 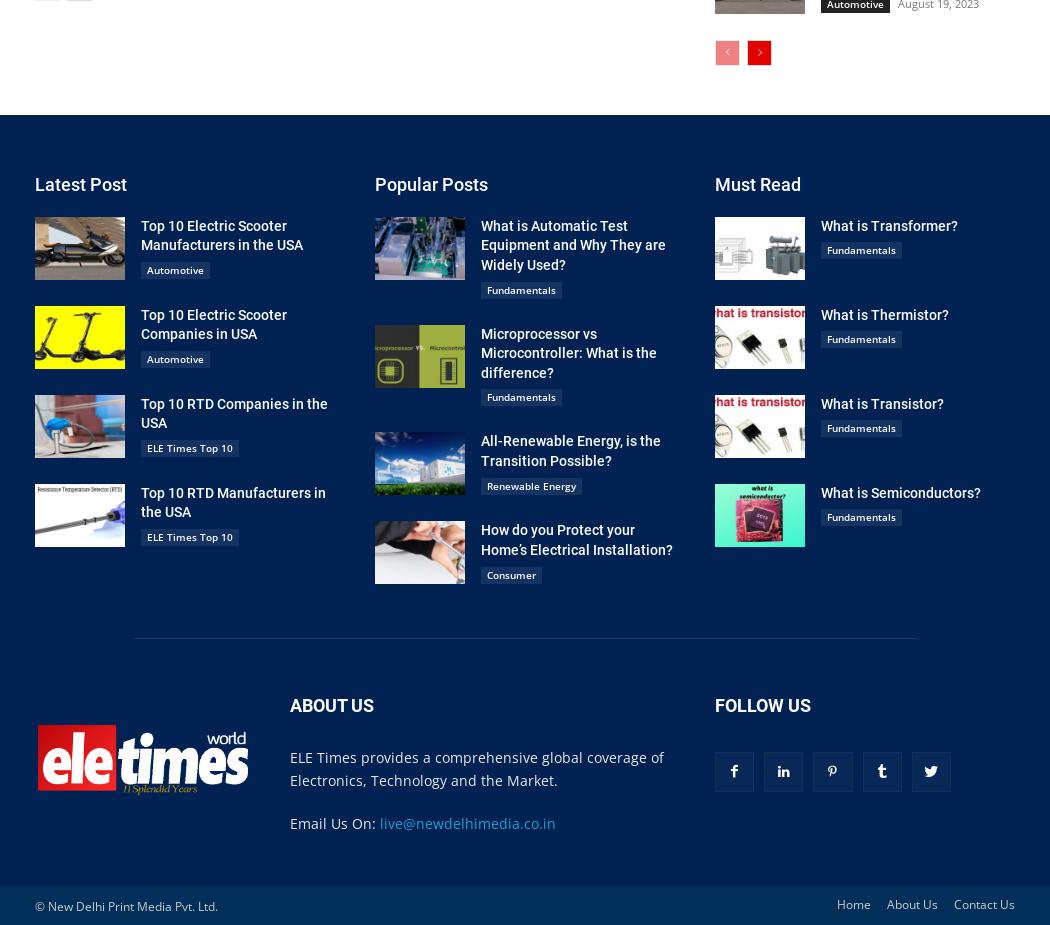 I want to click on 'FOLLOW US', so click(x=714, y=705).